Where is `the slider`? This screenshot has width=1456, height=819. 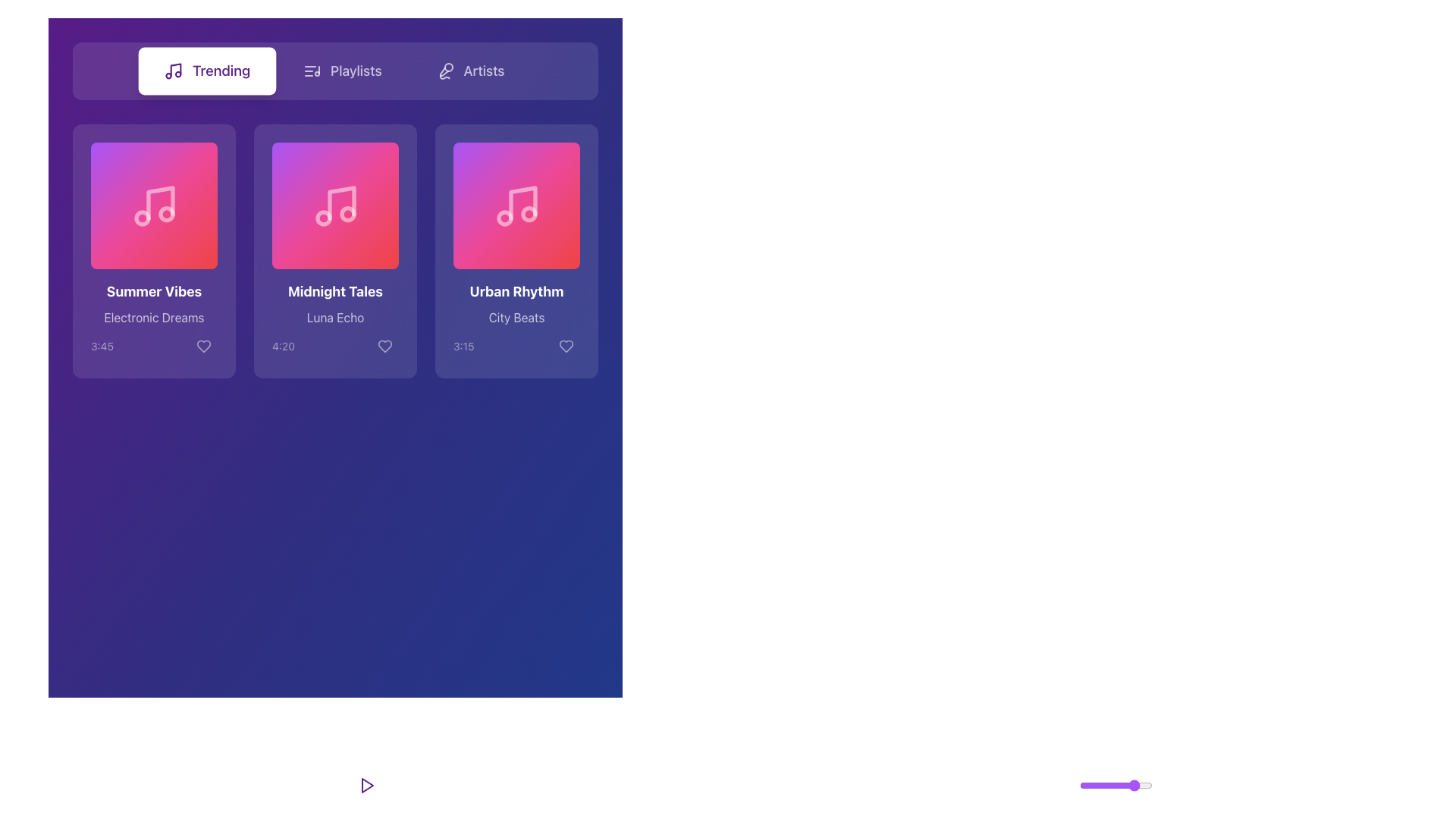 the slider is located at coordinates (1093, 785).